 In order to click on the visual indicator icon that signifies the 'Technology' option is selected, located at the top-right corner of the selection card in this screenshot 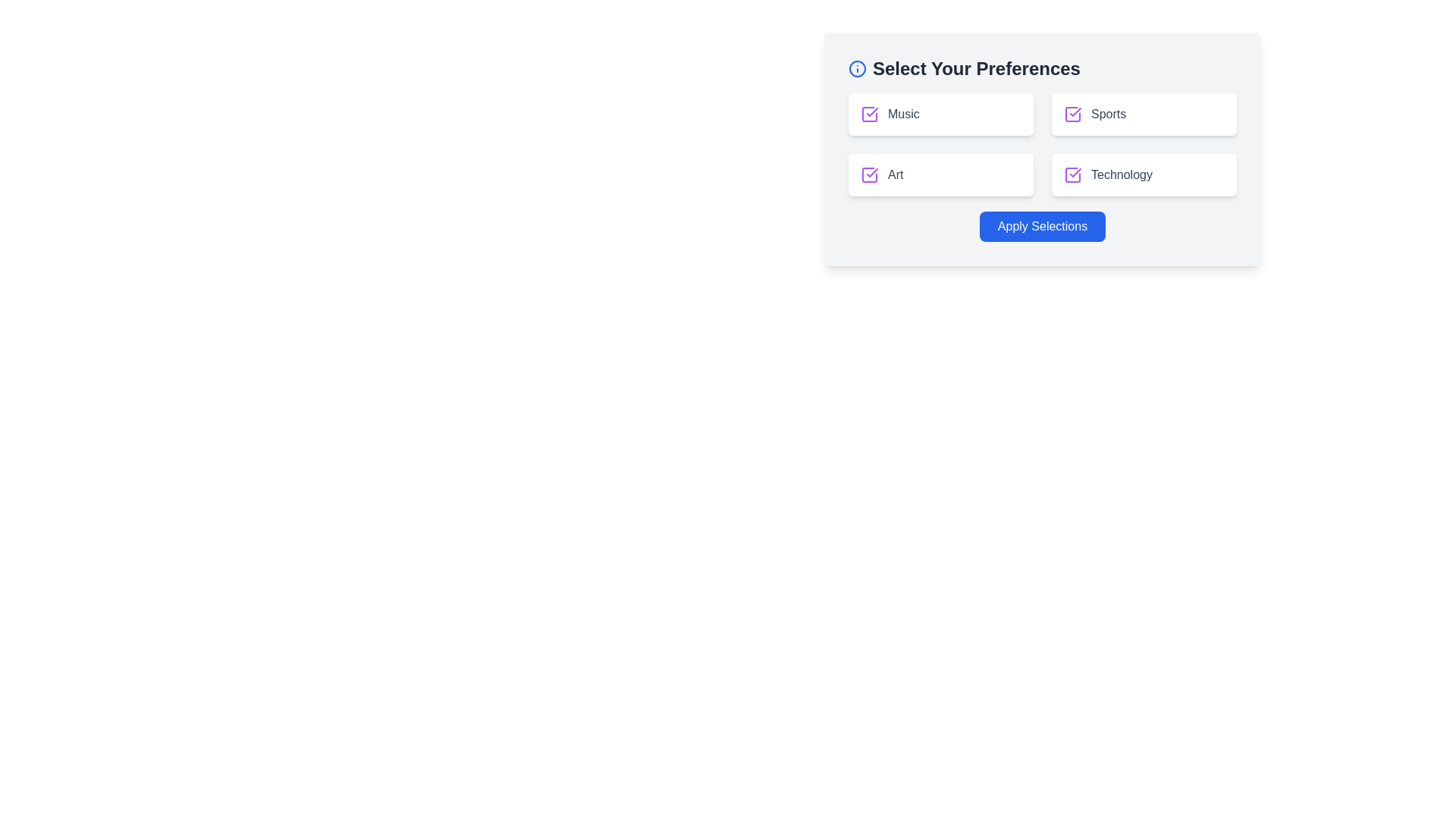, I will do `click(1075, 171)`.